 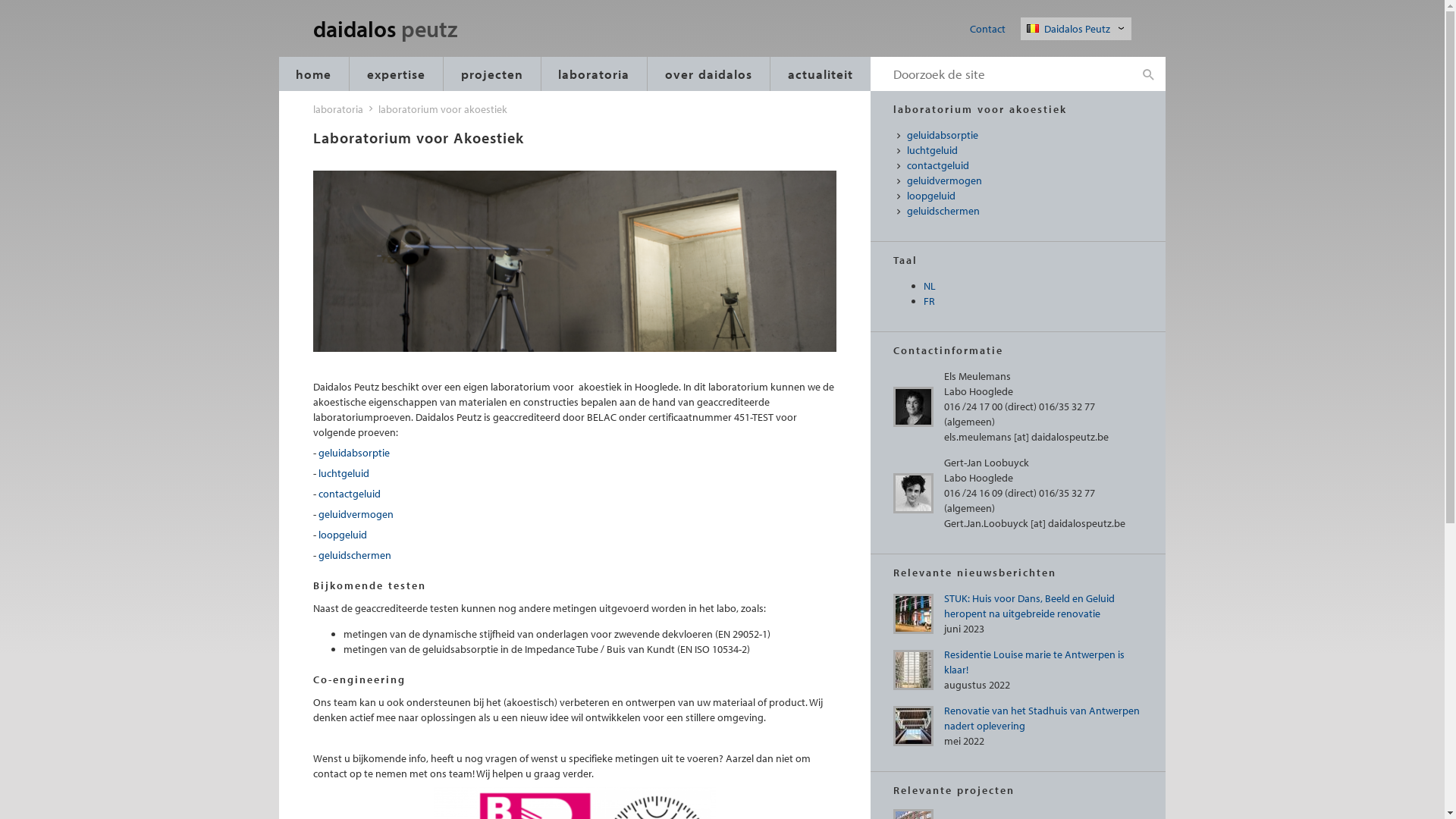 What do you see at coordinates (337, 108) in the screenshot?
I see `'laboratoria'` at bounding box center [337, 108].